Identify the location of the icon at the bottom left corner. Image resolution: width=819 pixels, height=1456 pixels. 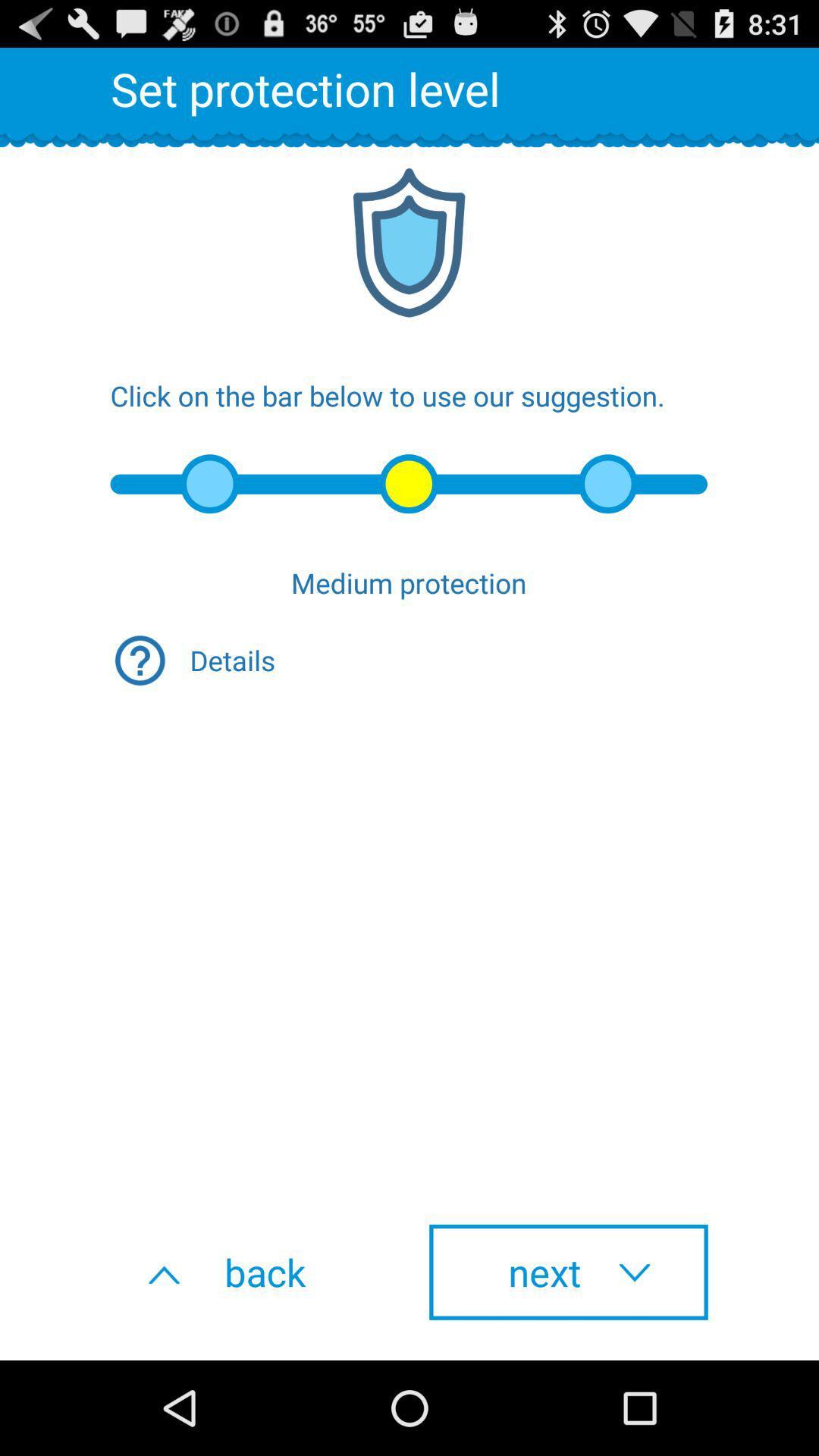
(249, 1272).